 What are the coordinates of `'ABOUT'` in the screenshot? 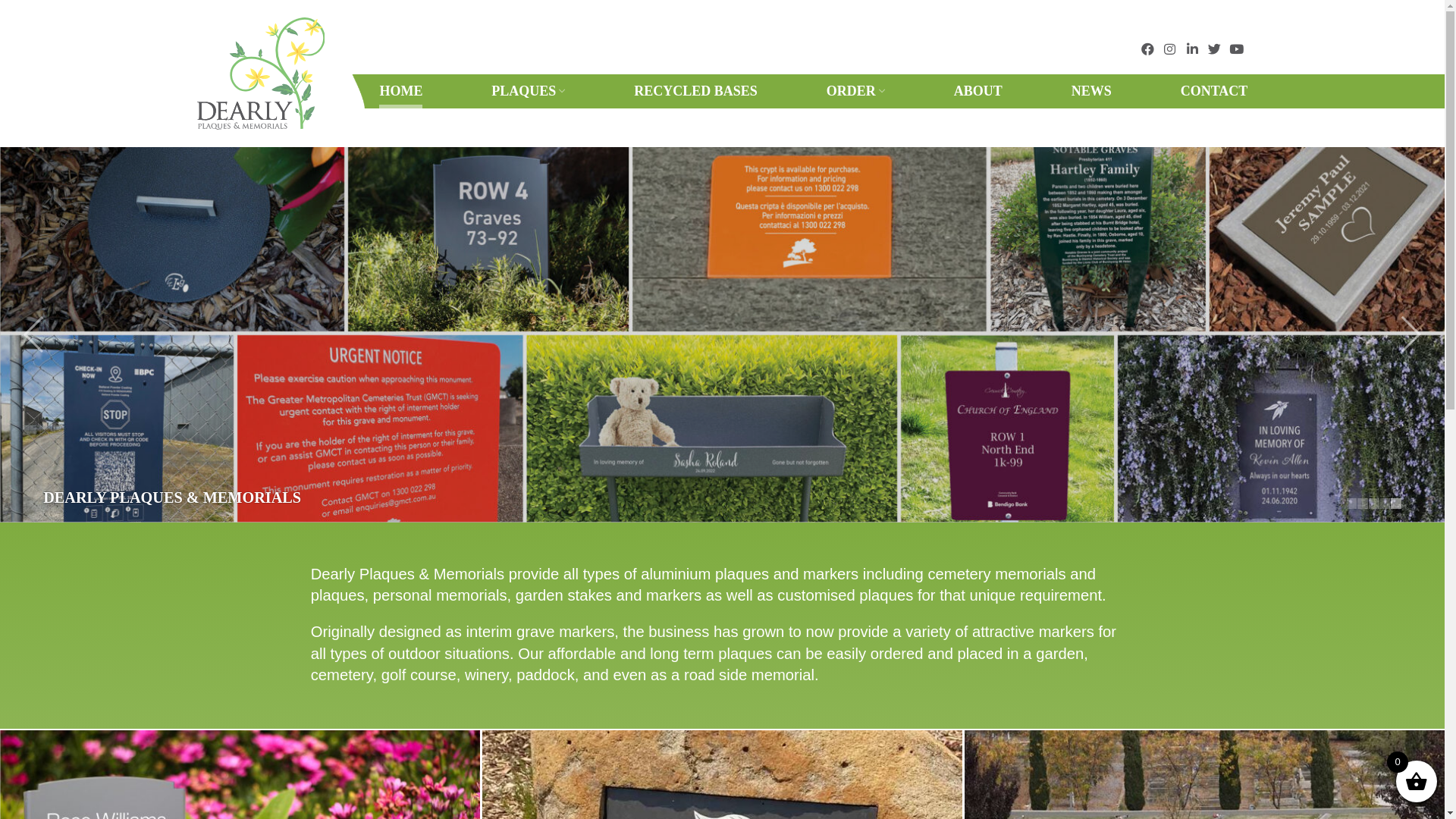 It's located at (978, 91).